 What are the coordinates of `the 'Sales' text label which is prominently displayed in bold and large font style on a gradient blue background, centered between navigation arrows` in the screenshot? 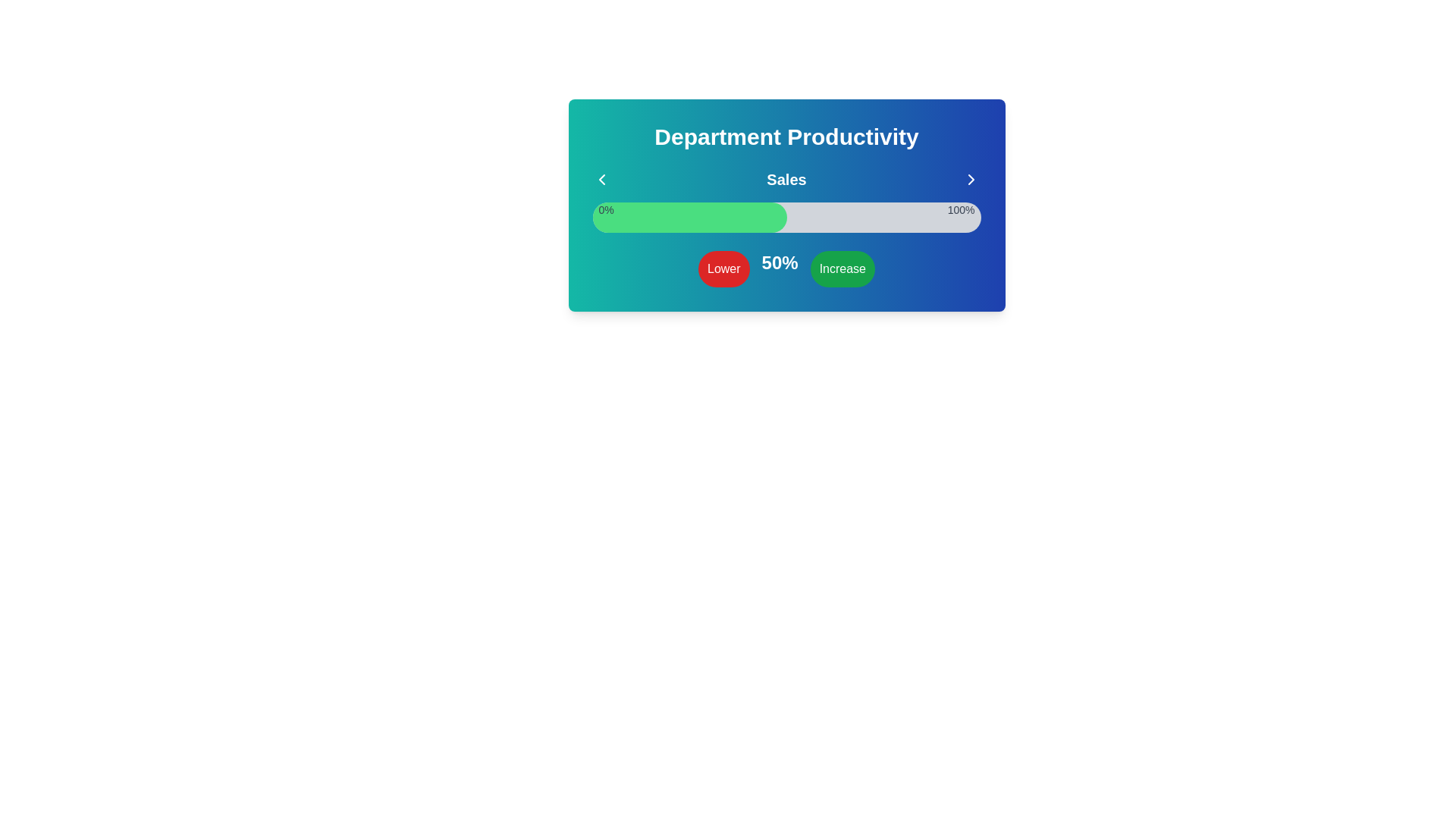 It's located at (786, 178).